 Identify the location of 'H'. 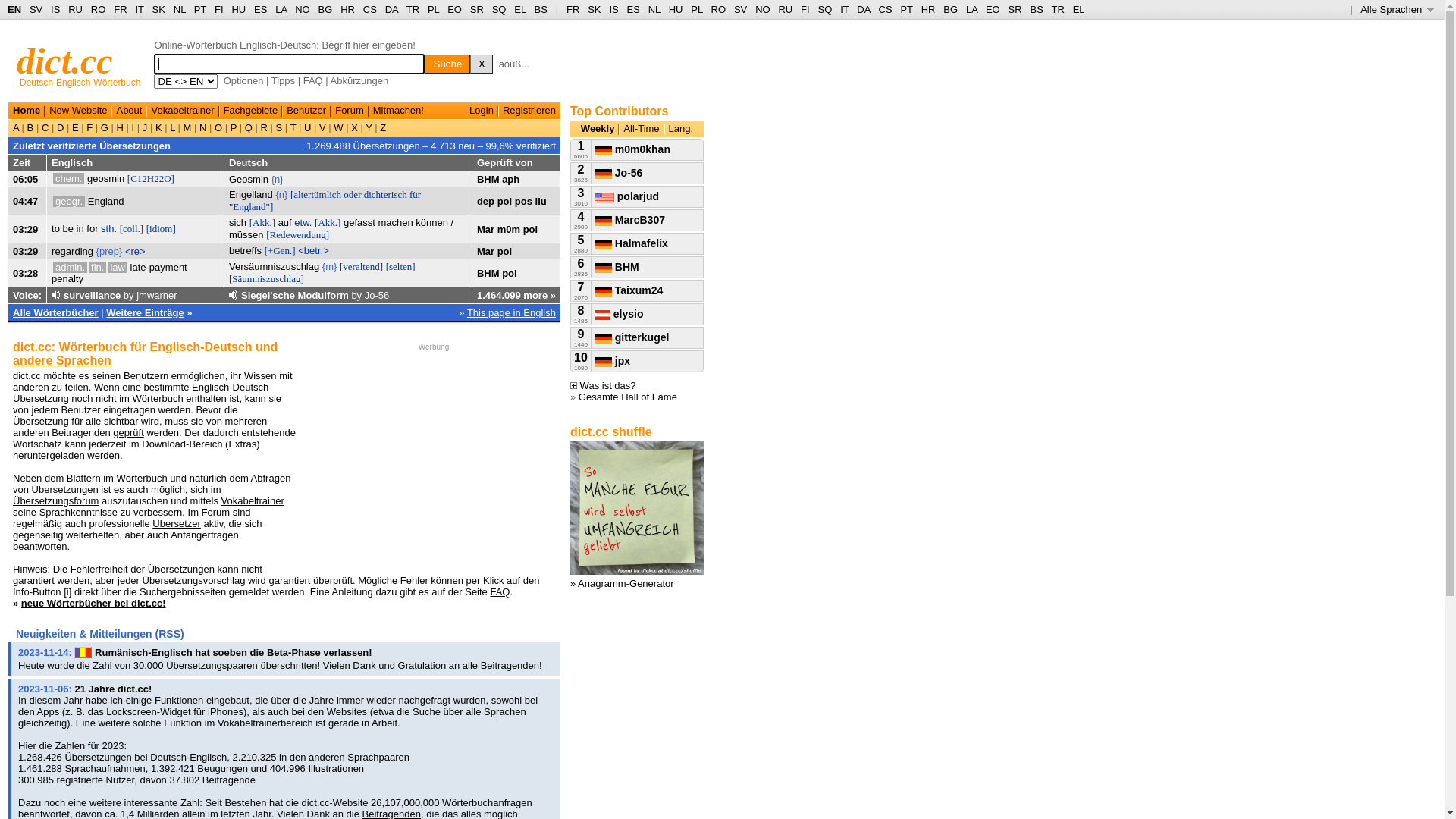
(119, 127).